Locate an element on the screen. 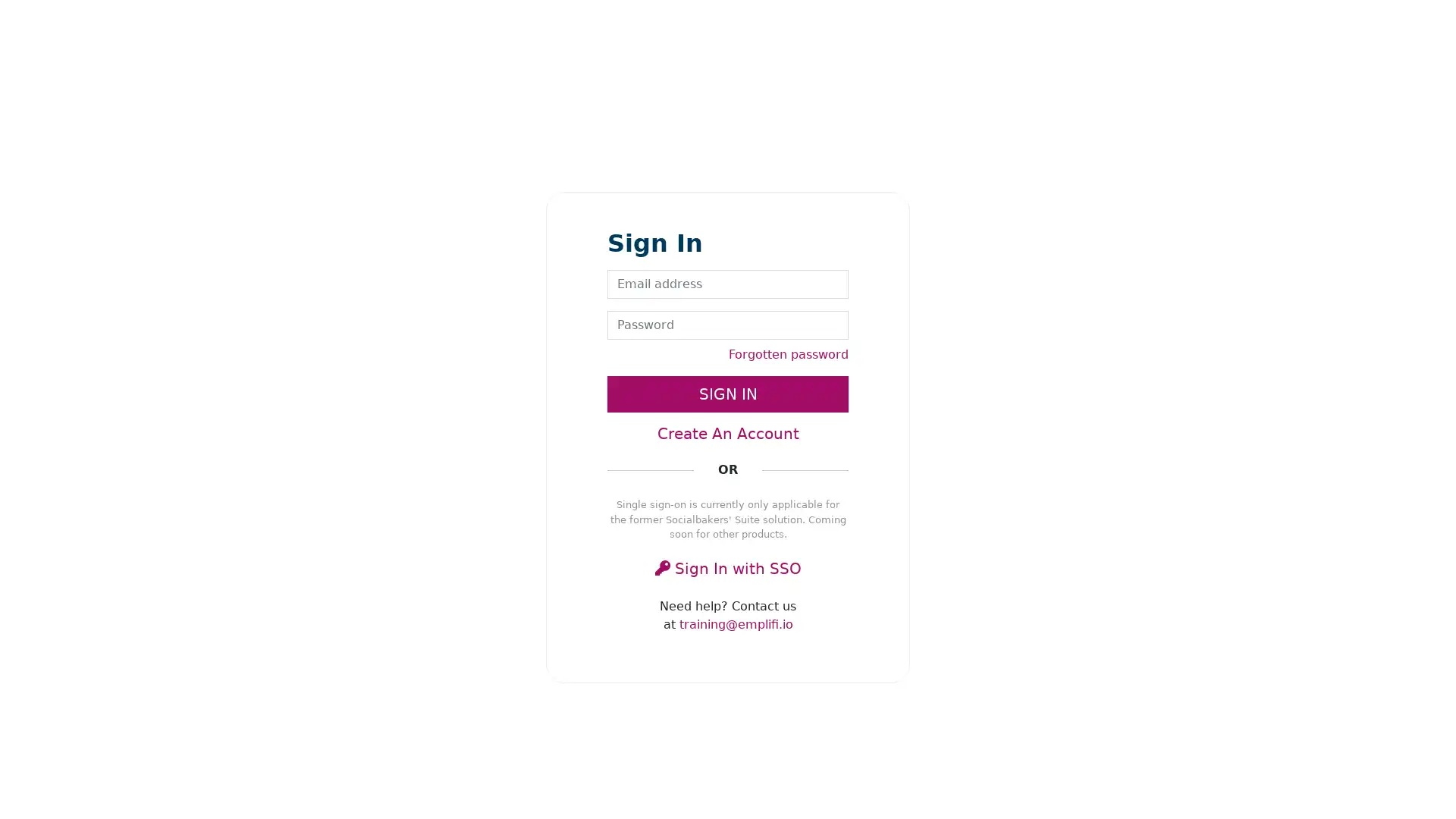 This screenshot has height=819, width=1456. SIGN IN is located at coordinates (728, 394).